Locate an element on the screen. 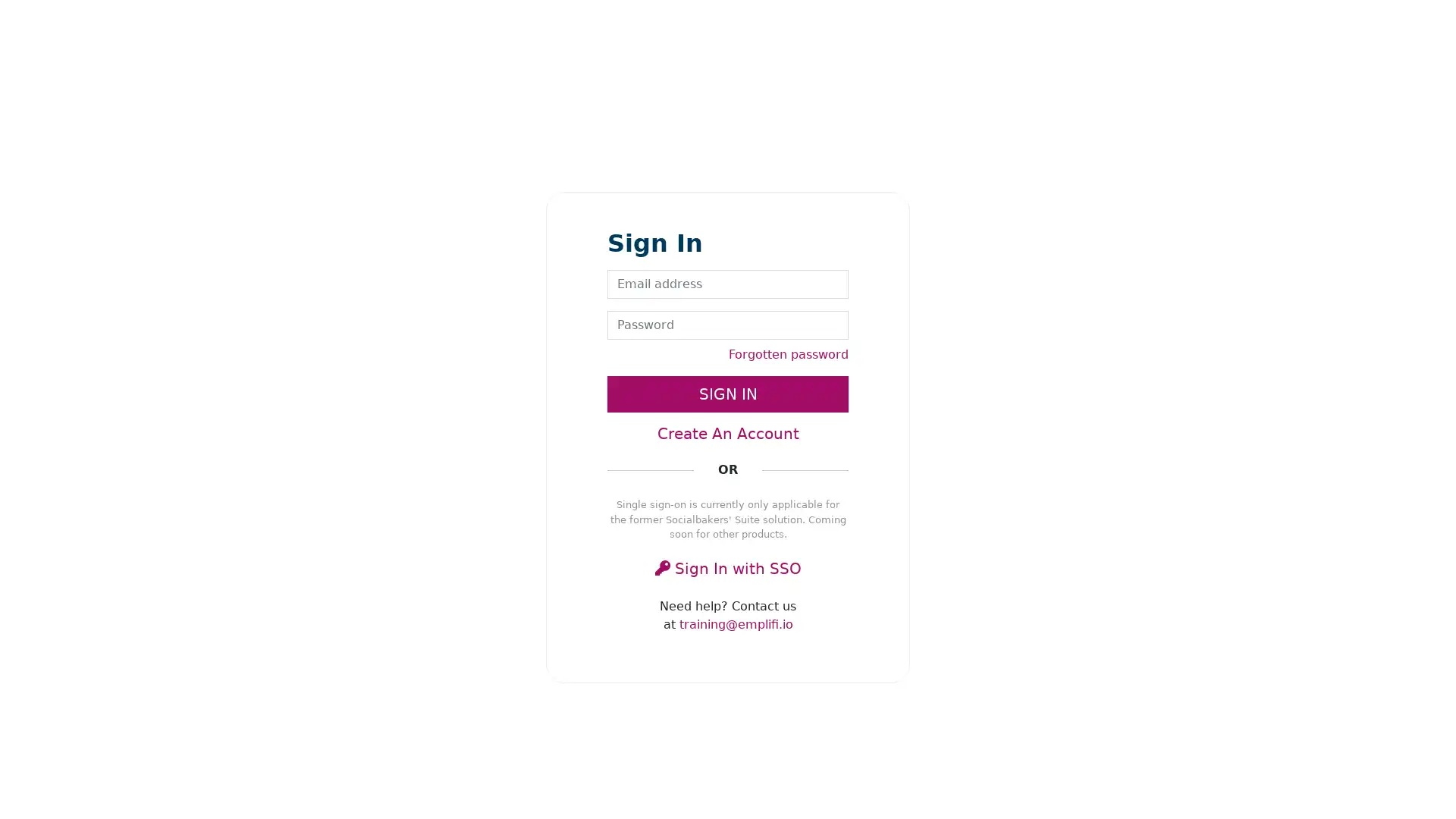 This screenshot has height=819, width=1456. SIGN IN is located at coordinates (728, 394).